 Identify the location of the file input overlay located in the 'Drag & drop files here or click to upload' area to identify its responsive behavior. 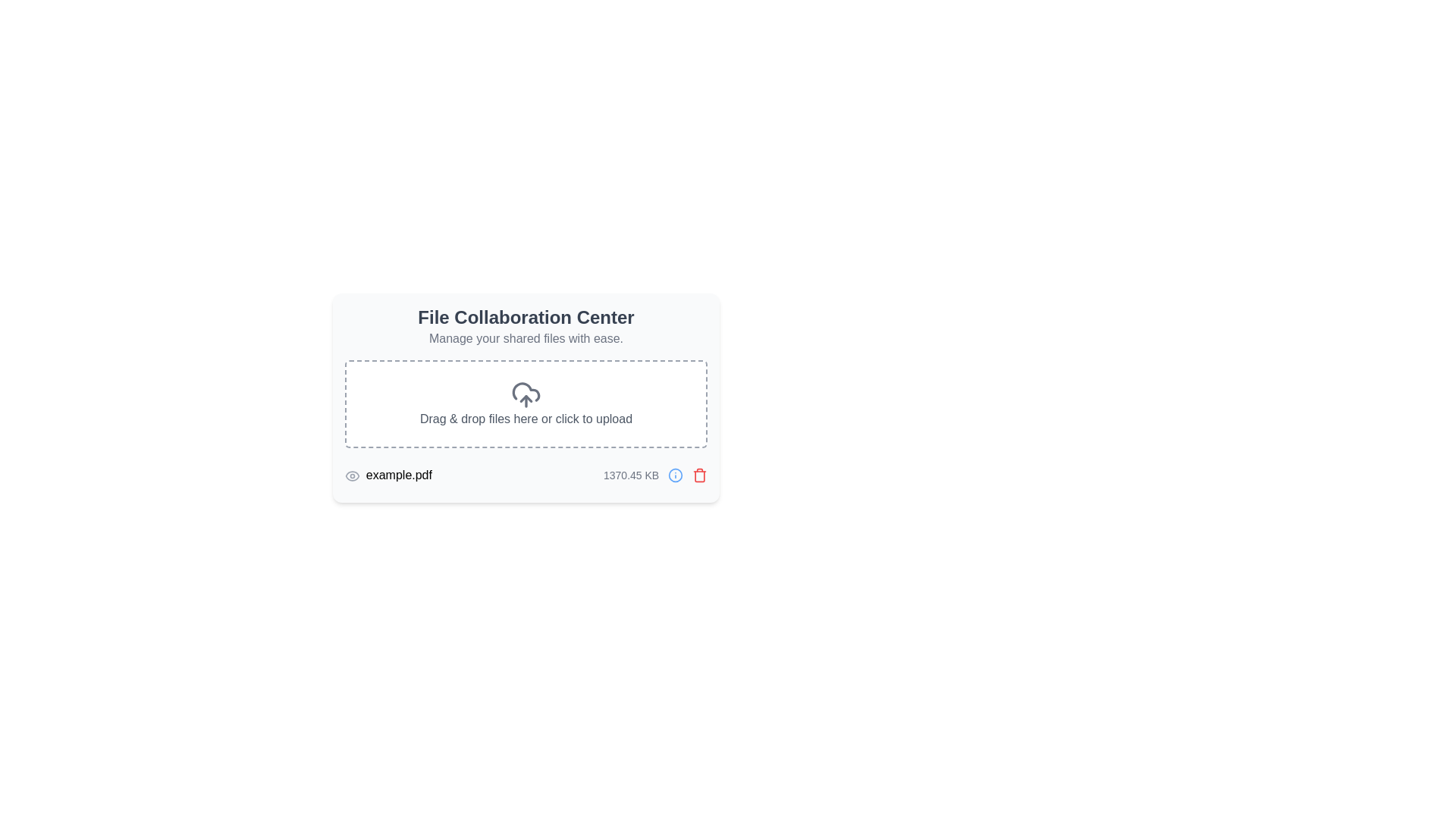
(526, 403).